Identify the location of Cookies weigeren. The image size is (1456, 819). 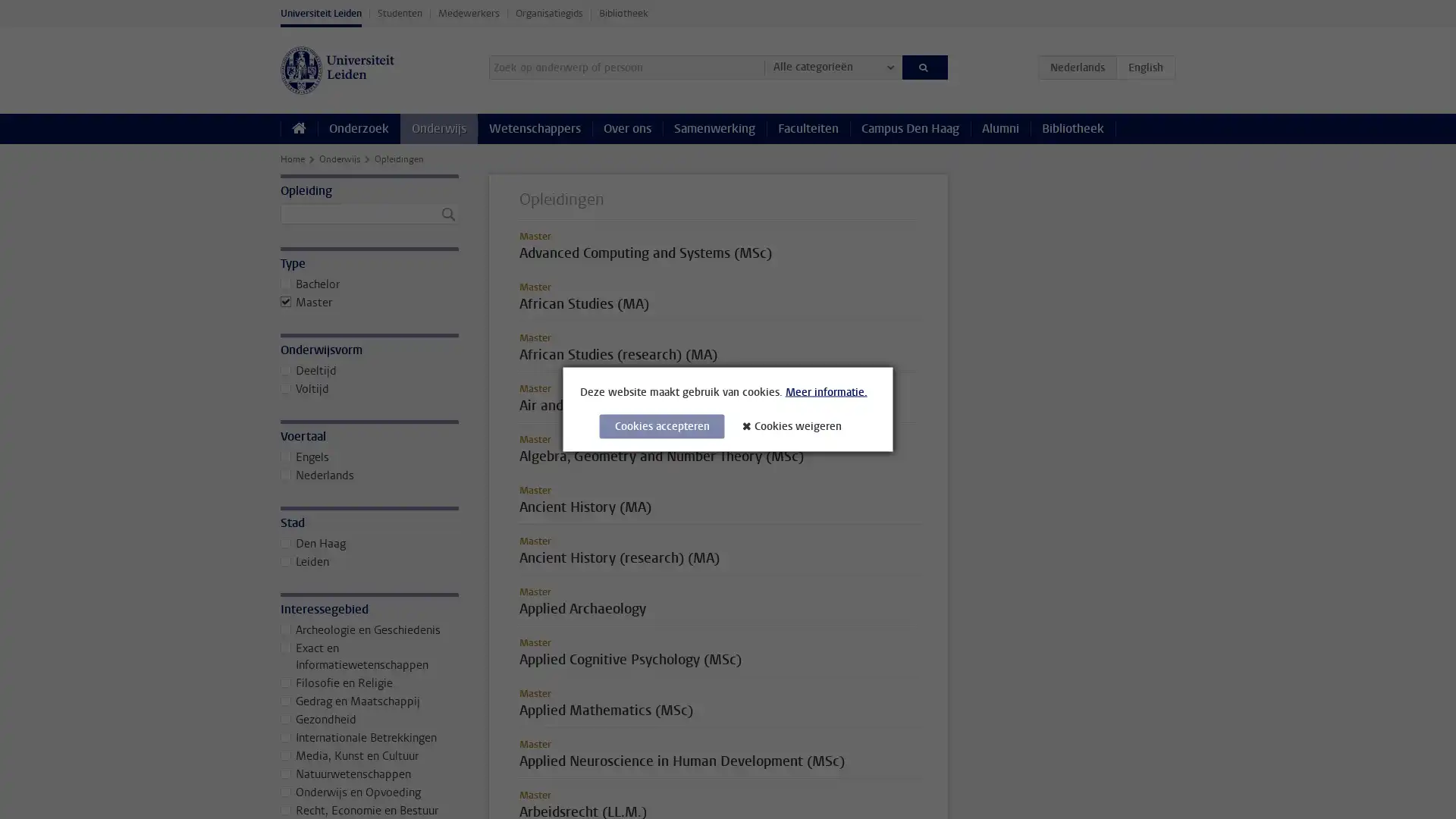
(796, 425).